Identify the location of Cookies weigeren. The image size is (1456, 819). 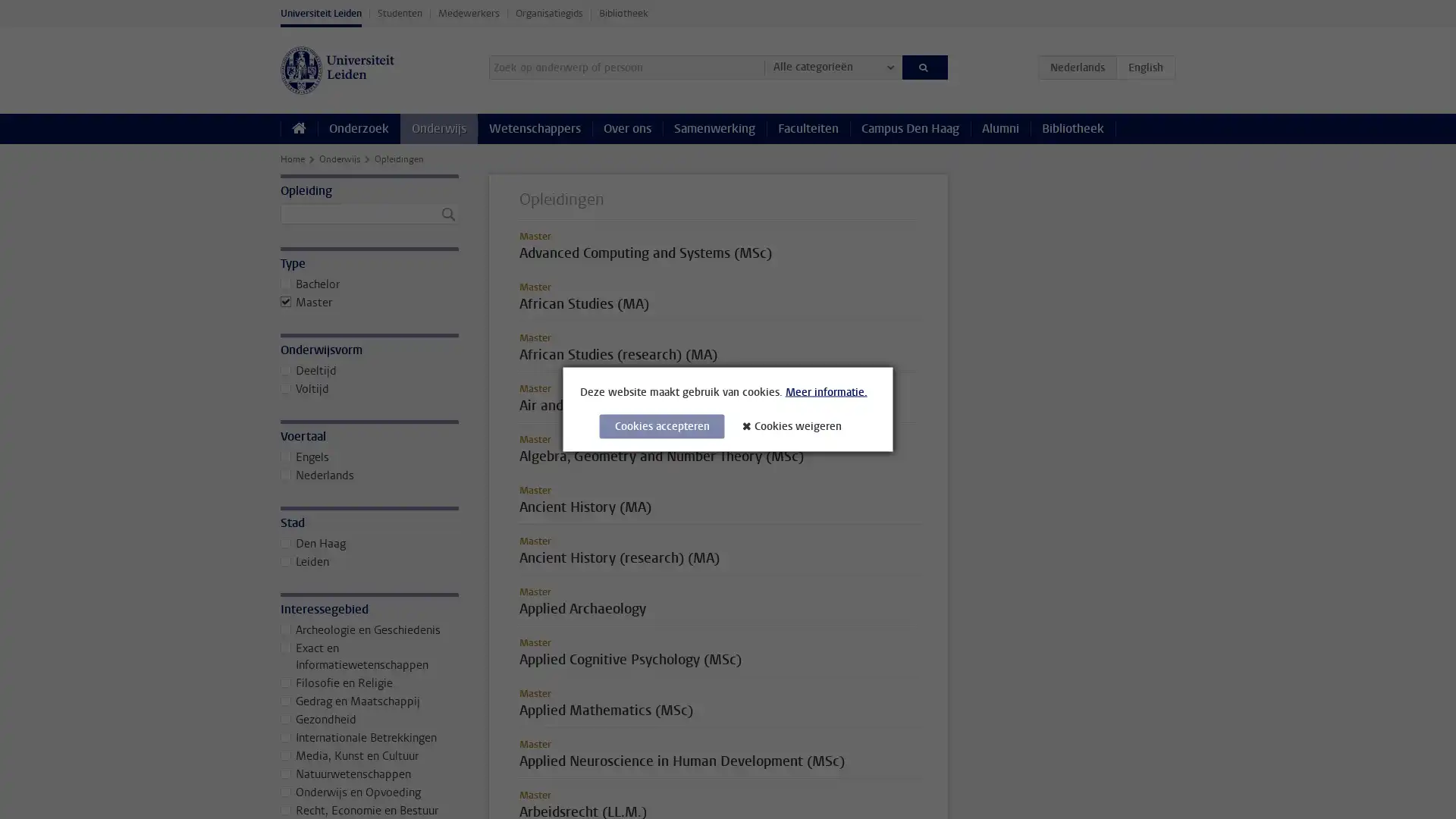
(796, 425).